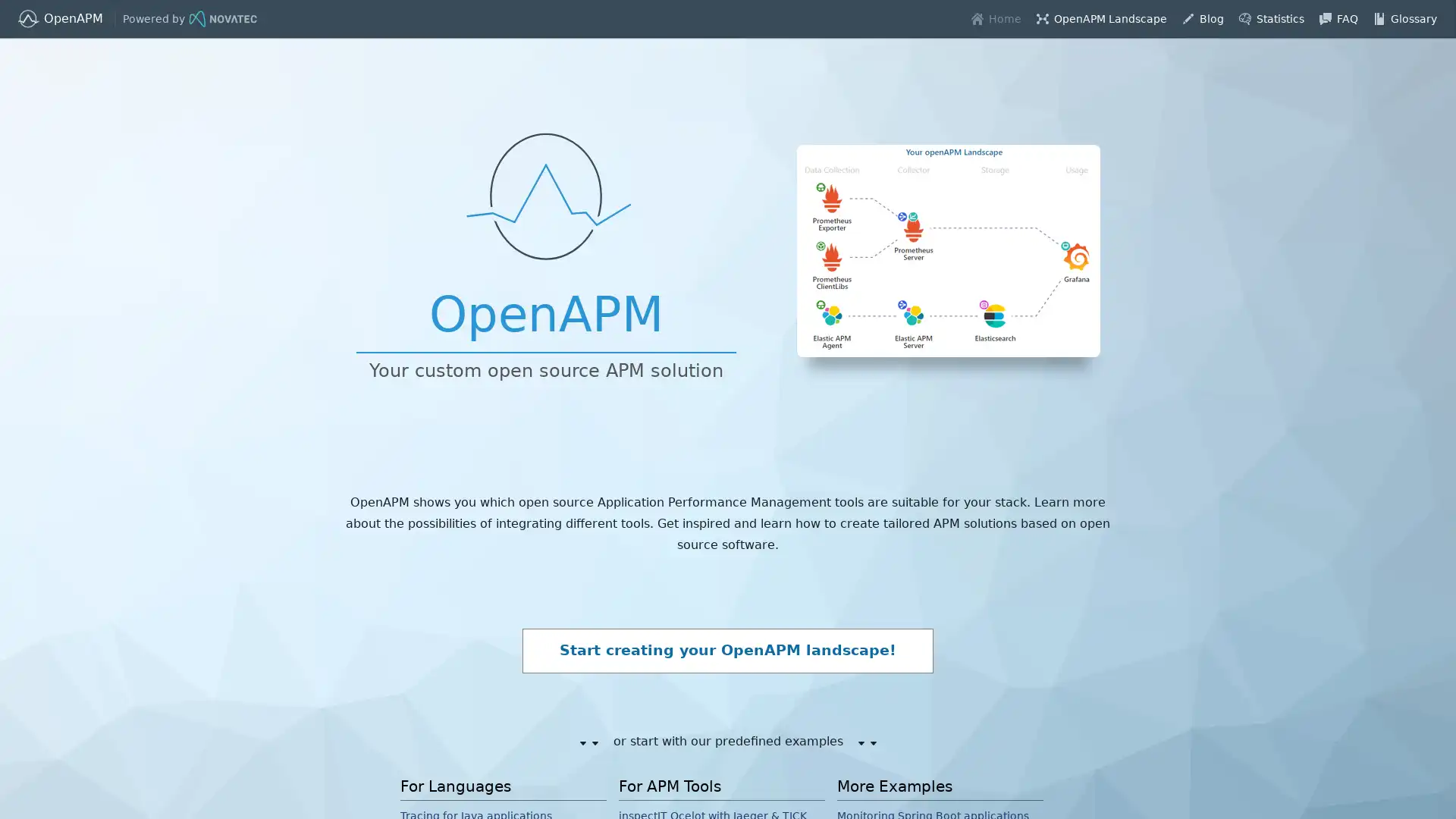  What do you see at coordinates (1338, 18) in the screenshot?
I see `chat FAQ` at bounding box center [1338, 18].